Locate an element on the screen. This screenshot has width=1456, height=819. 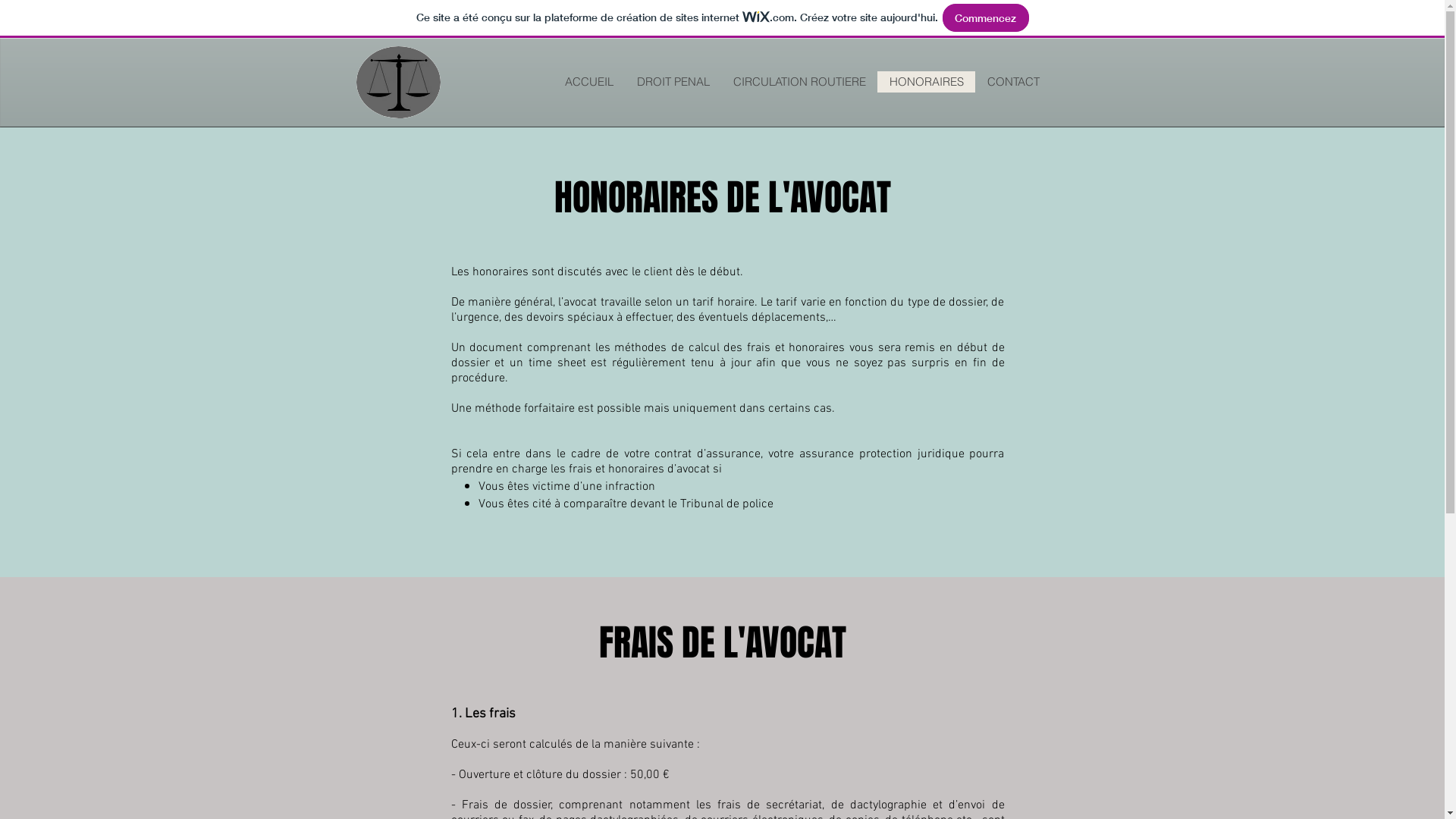
'DROIT PENAL' is located at coordinates (625, 82).